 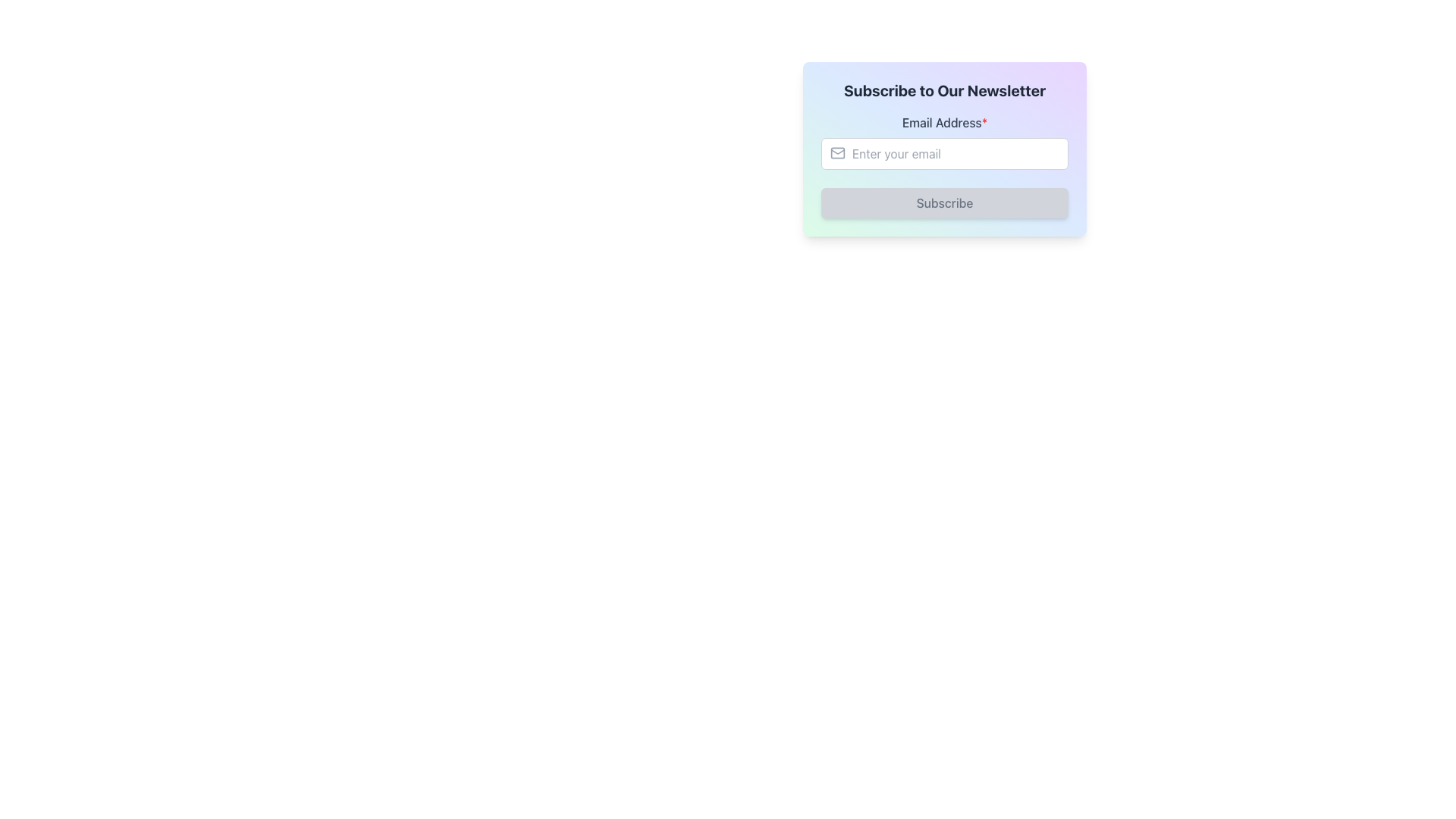 What do you see at coordinates (984, 122) in the screenshot?
I see `the static indicator (asterisk) located to the right of the 'Email Address' label, indicating that the field is mandatory` at bounding box center [984, 122].